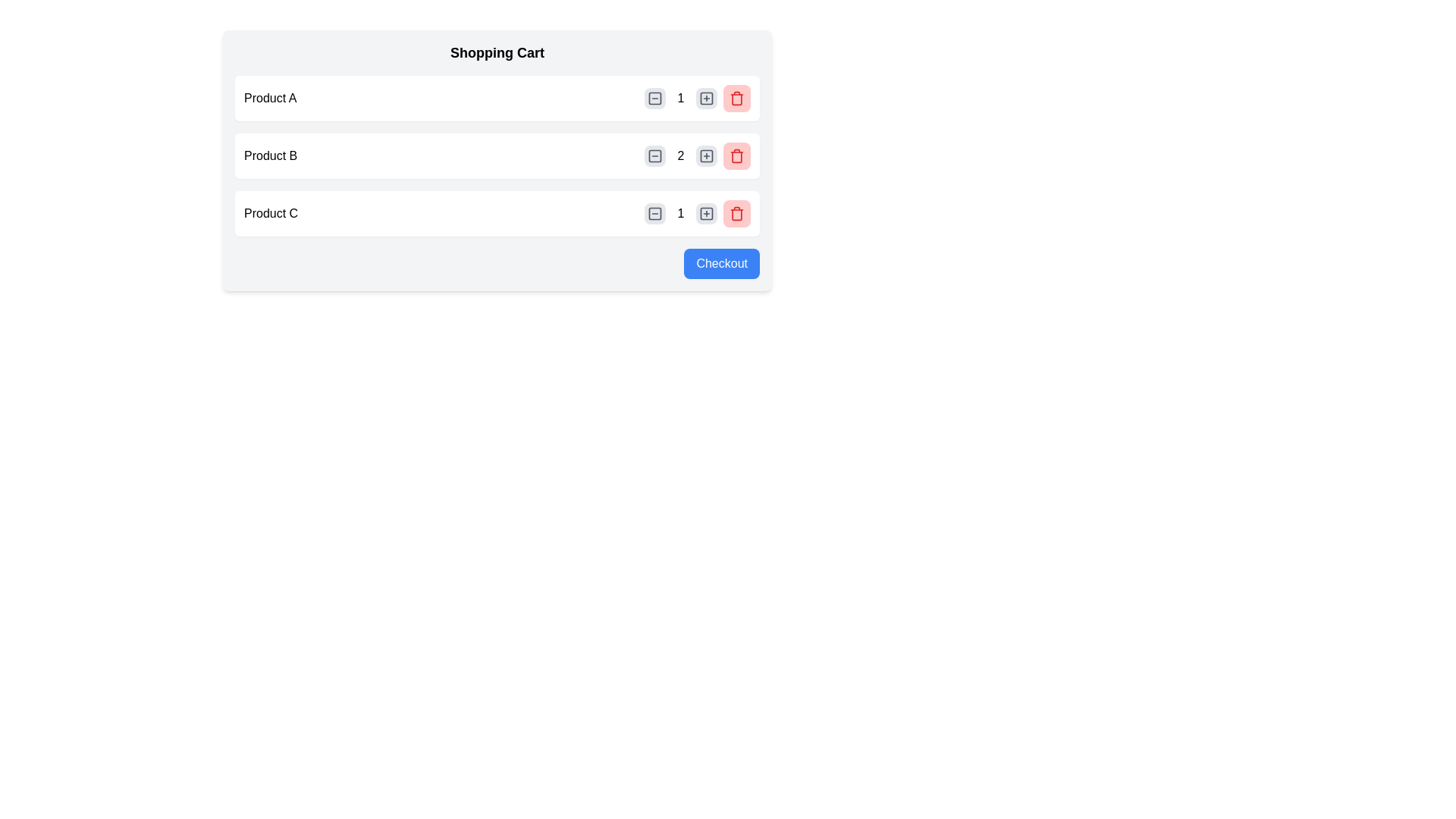  What do you see at coordinates (697, 155) in the screenshot?
I see `the static text label displaying the number '2', which is centrally located in the control sequence for 'Product B', flanked by decrement and increment buttons as well as a trash icon` at bounding box center [697, 155].